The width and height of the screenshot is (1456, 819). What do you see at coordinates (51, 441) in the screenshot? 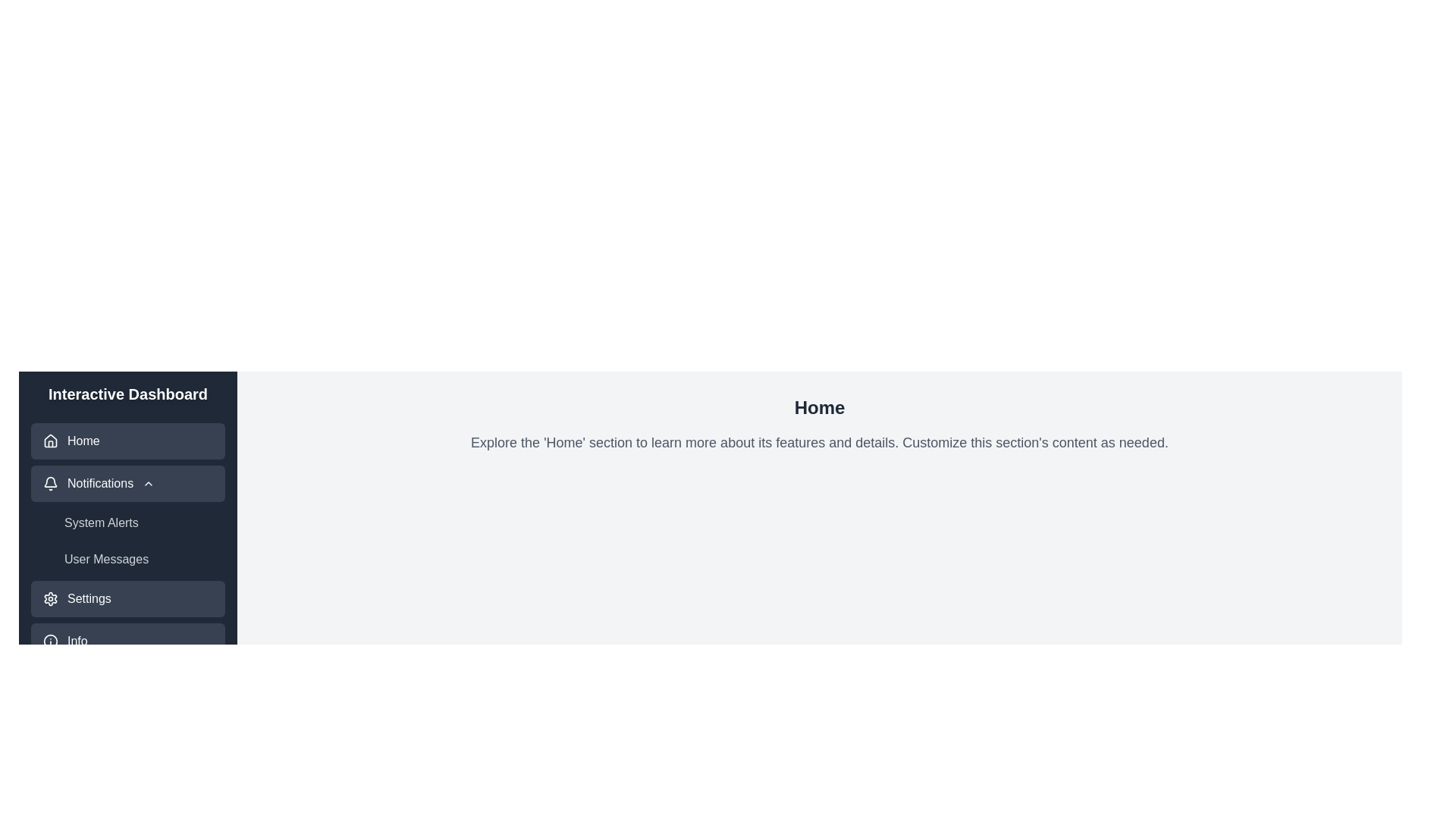
I see `the 'Home' icon in the sidebar` at bounding box center [51, 441].